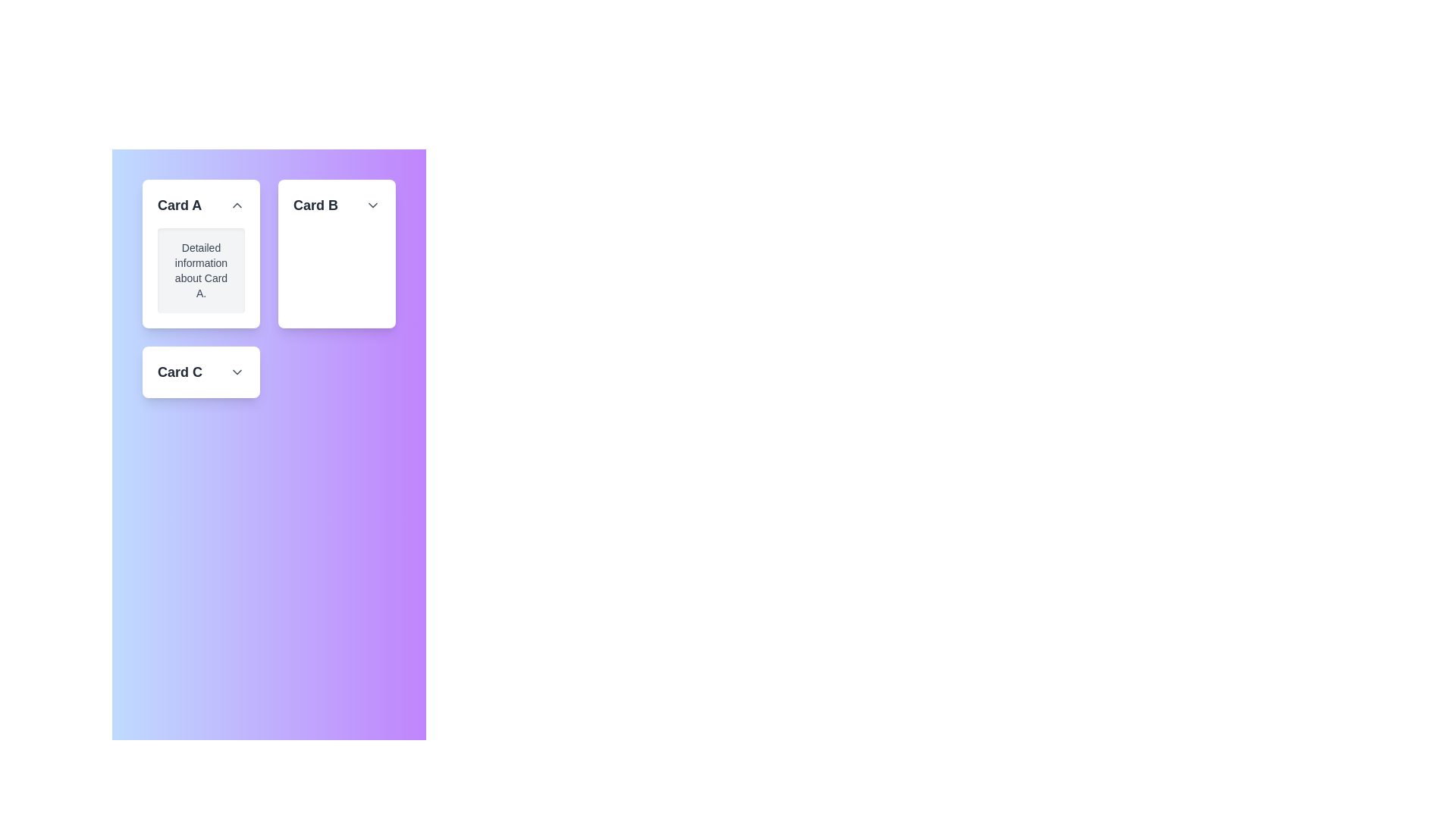 The image size is (1456, 819). What do you see at coordinates (236, 205) in the screenshot?
I see `the Icon button located in the top-right corner of 'Card A'` at bounding box center [236, 205].